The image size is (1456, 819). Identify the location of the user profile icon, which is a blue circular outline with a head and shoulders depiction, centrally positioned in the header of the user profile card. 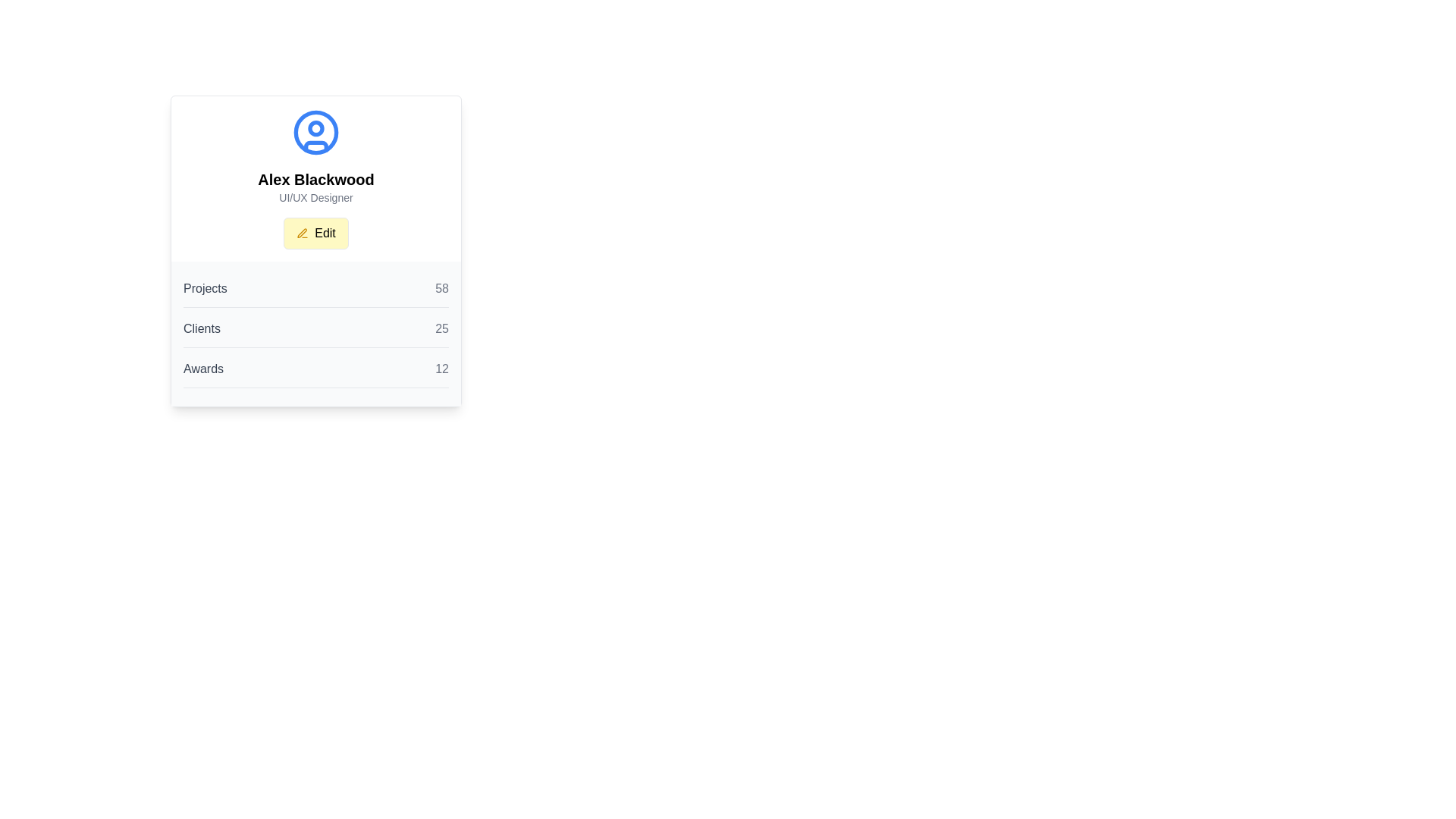
(315, 131).